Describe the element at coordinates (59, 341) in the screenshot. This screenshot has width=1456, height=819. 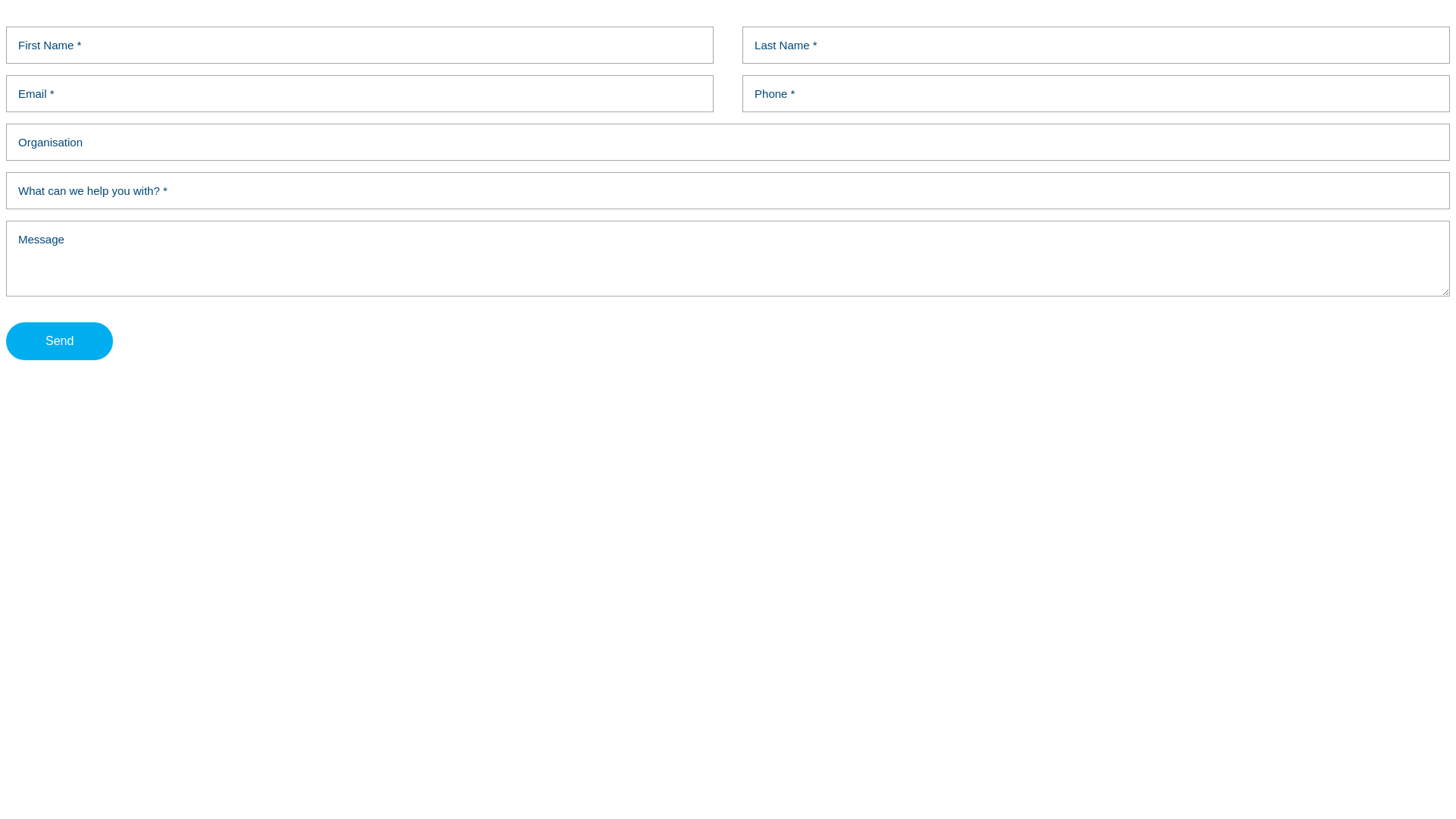
I see `'Send'` at that location.